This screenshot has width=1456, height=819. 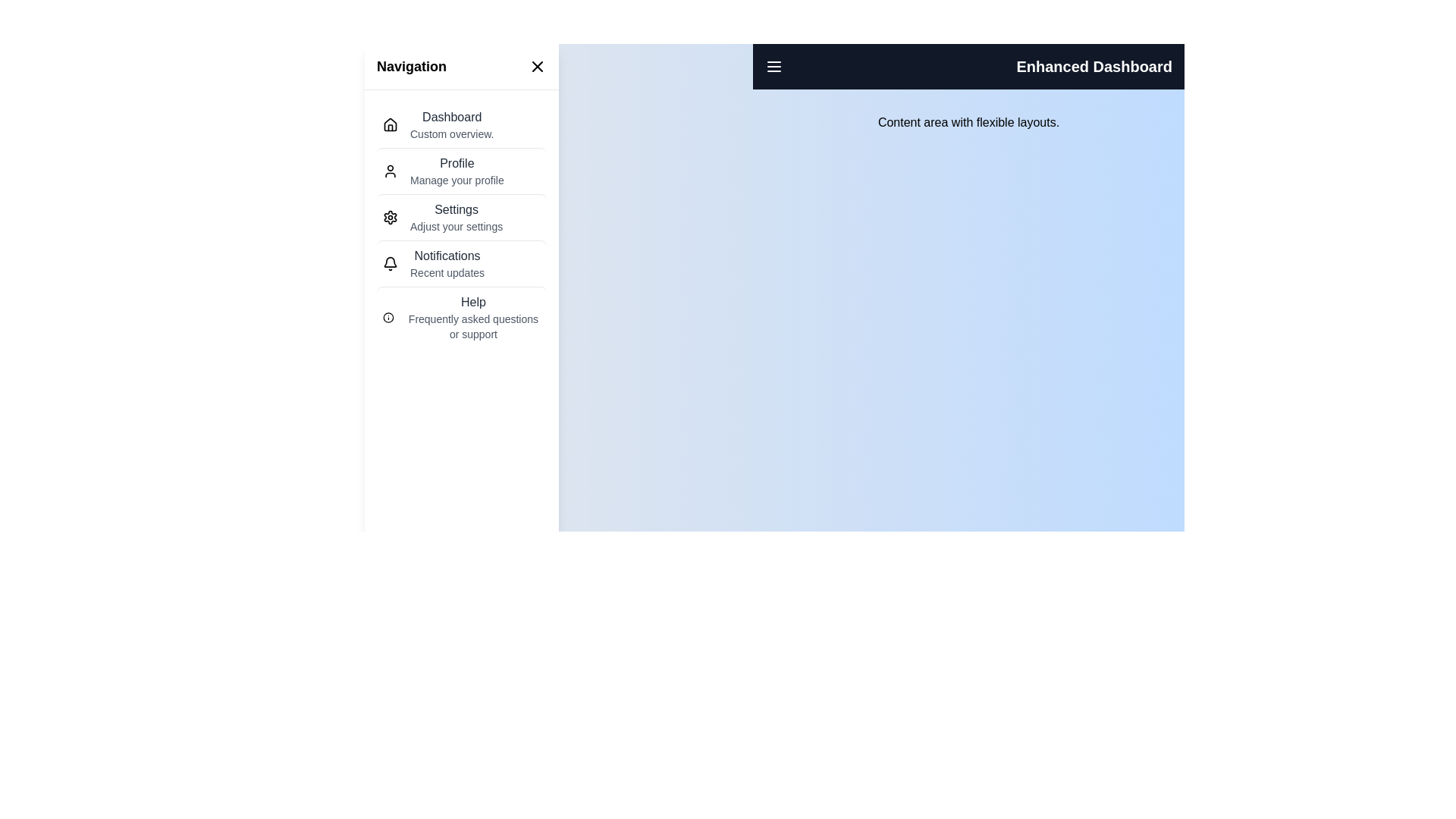 What do you see at coordinates (390, 124) in the screenshot?
I see `the house icon in the navigation menu, which is the upper portion of a composite house icon located at the top left alongside the label 'Dashboard'` at bounding box center [390, 124].